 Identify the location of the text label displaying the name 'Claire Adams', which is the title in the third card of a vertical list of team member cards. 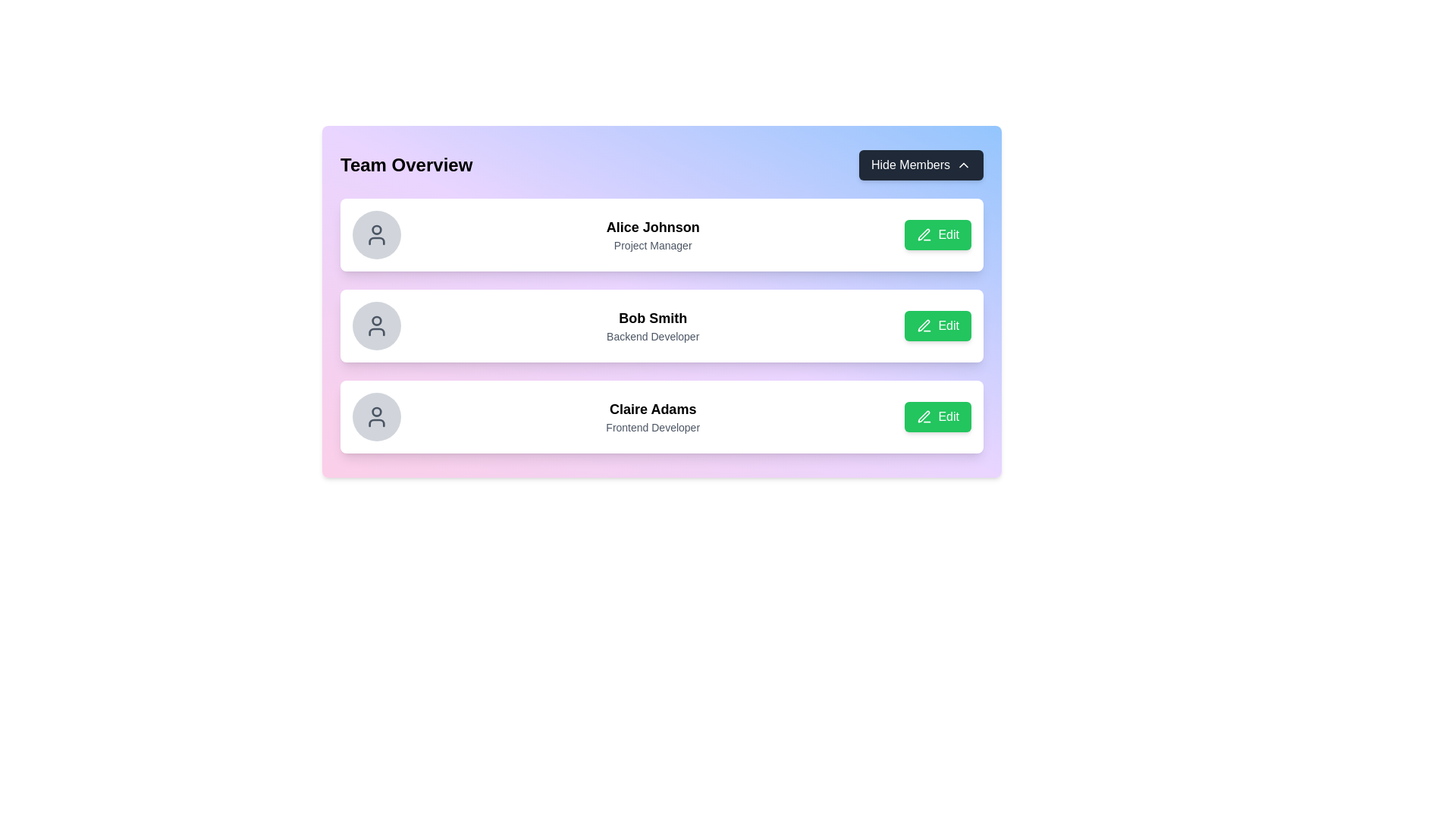
(653, 409).